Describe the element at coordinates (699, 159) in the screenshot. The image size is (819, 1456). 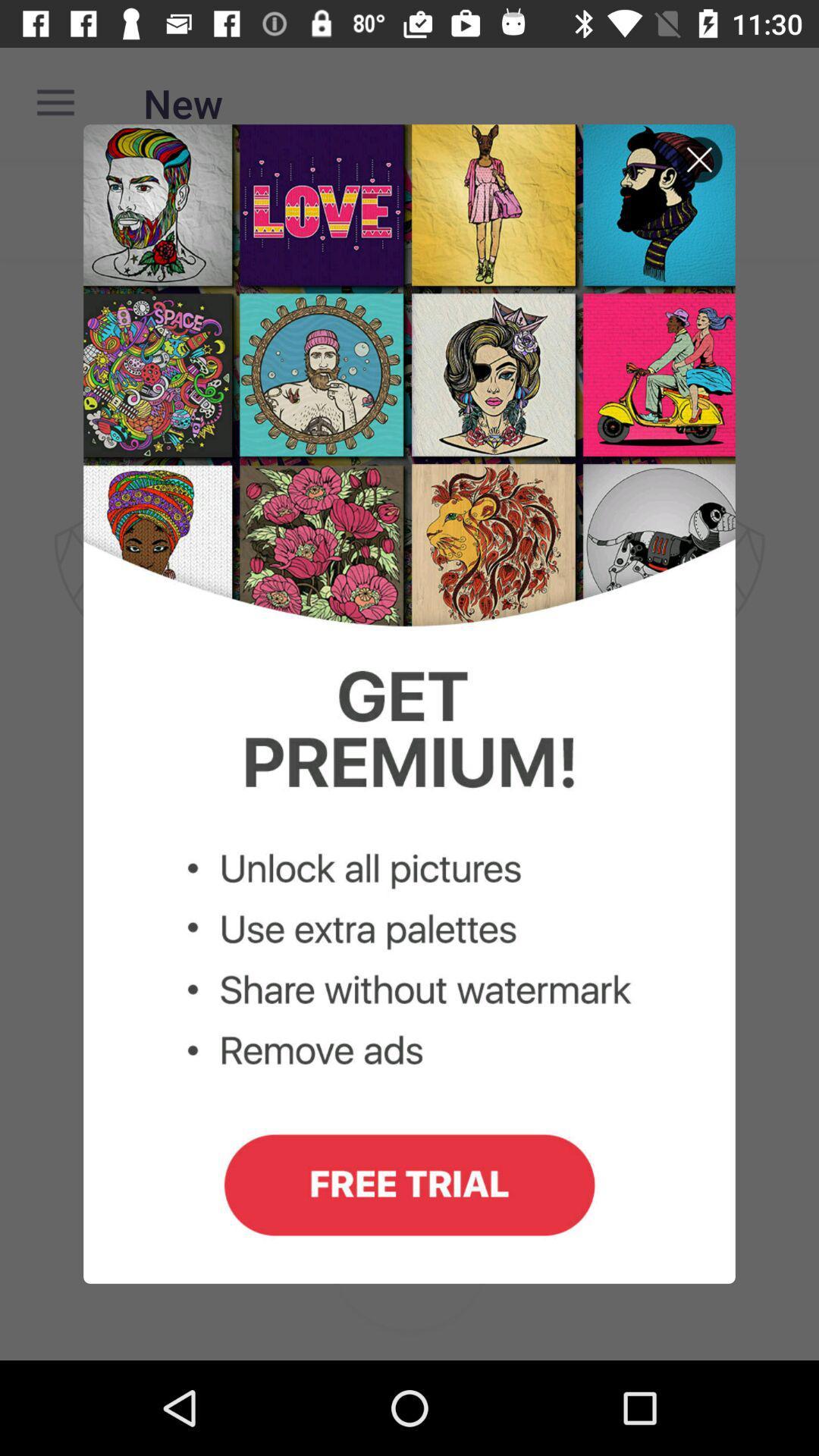
I see `cancel button` at that location.